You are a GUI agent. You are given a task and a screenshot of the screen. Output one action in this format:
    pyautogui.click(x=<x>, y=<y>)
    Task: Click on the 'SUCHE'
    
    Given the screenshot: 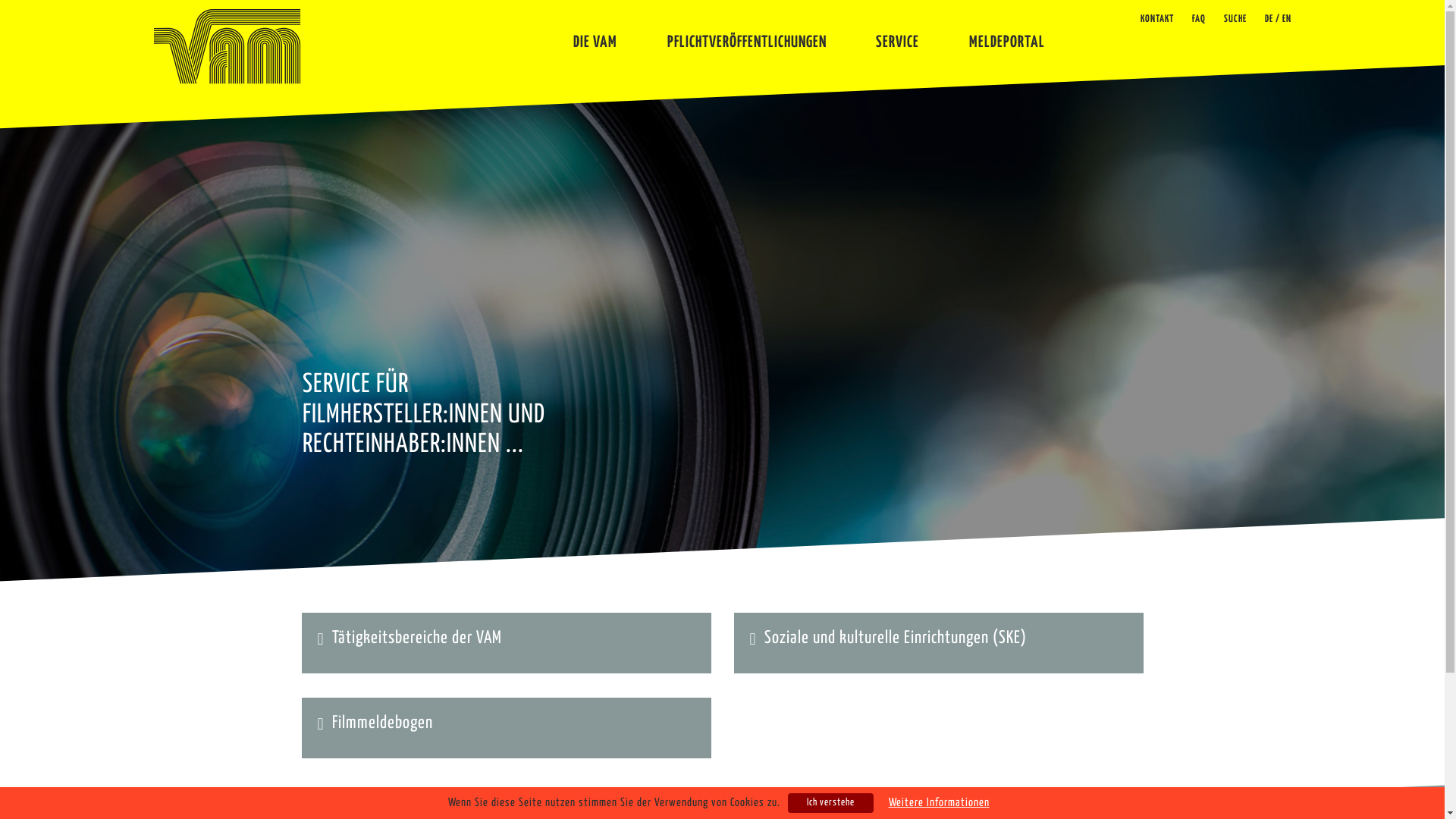 What is the action you would take?
    pyautogui.click(x=1235, y=19)
    